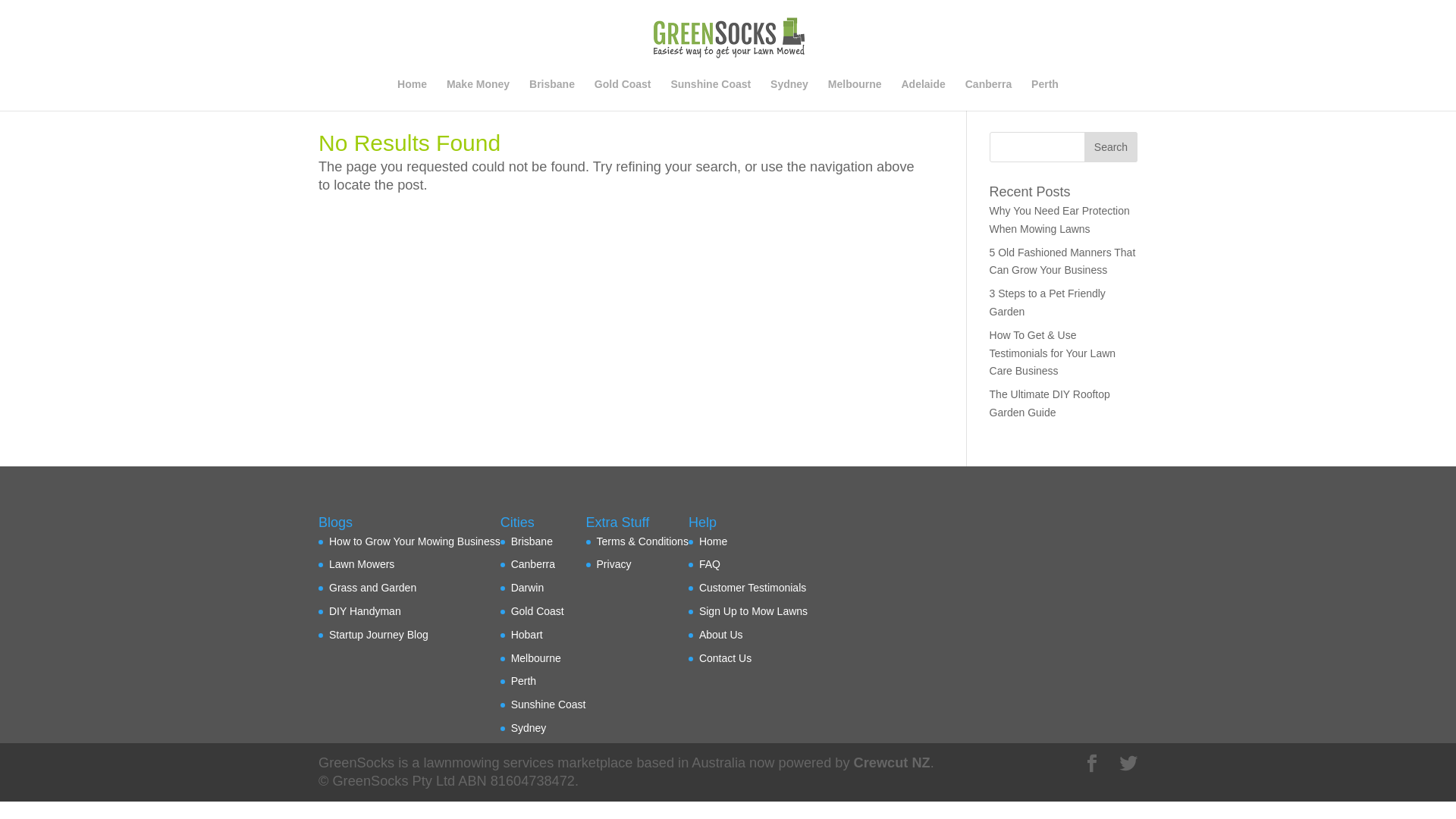 This screenshot has height=819, width=1456. I want to click on 'Lawn Mowers', so click(360, 564).